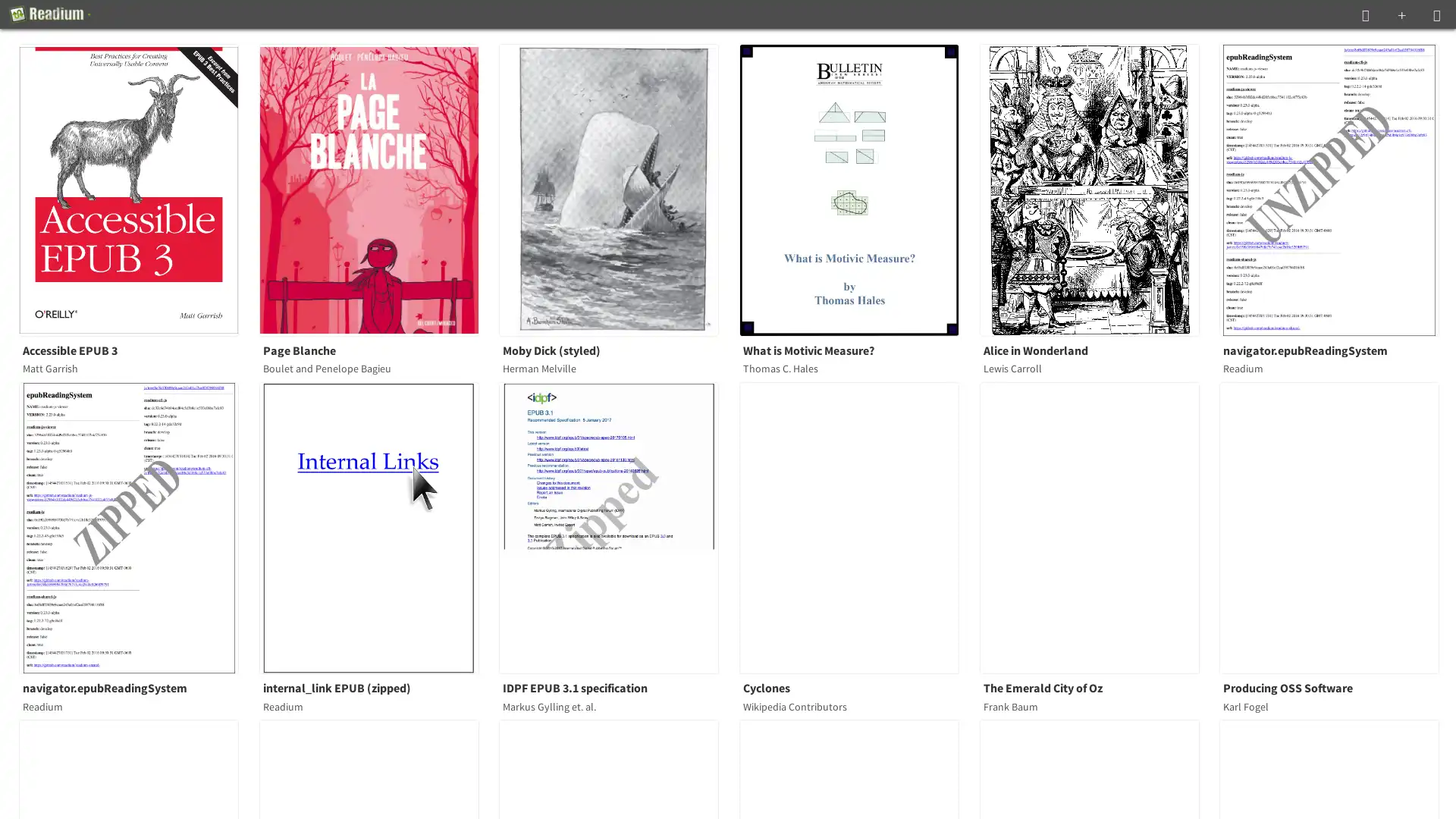 This screenshot has height=819, width=1456. Describe the element at coordinates (138, 526) in the screenshot. I see `(7) navigator.epubReadingSystem` at that location.